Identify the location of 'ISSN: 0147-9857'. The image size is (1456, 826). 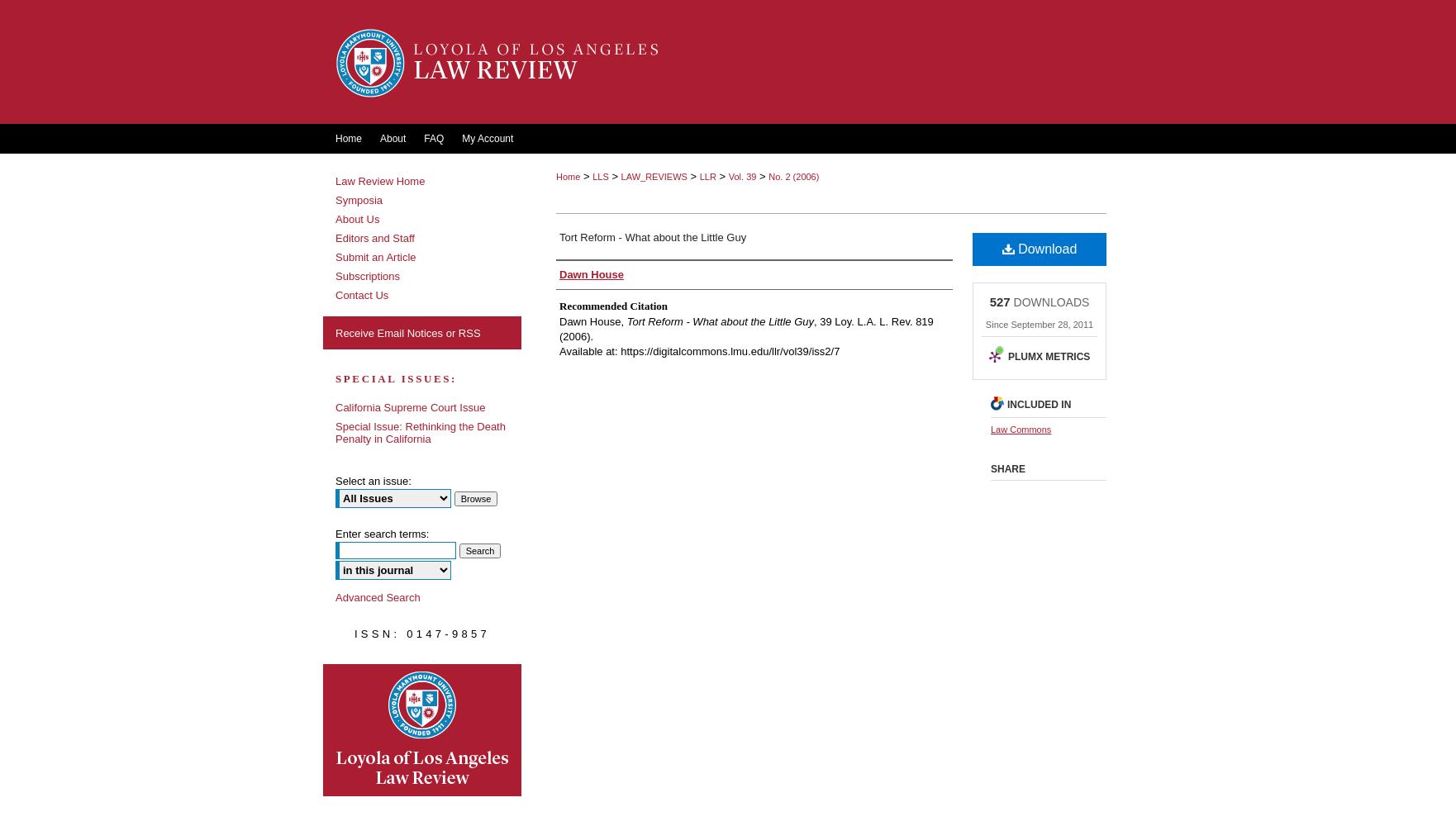
(421, 633).